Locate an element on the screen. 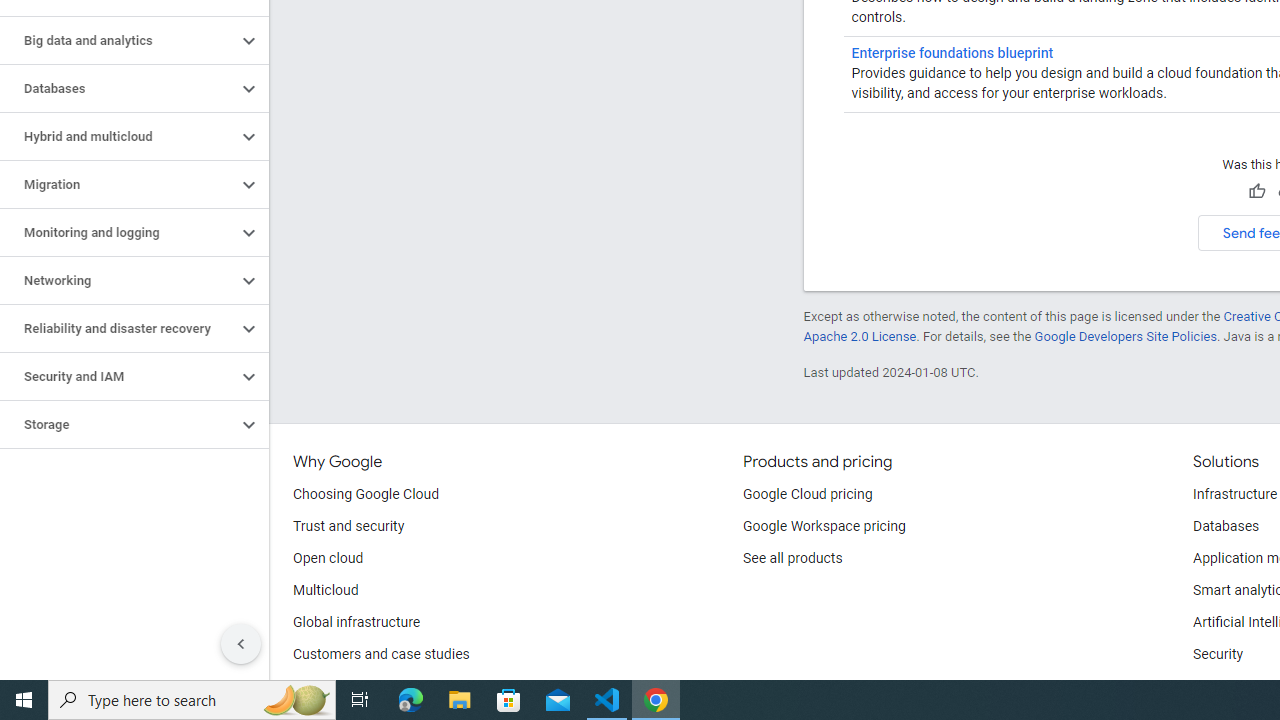 This screenshot has height=720, width=1280. 'Global infrastructure' is located at coordinates (357, 622).